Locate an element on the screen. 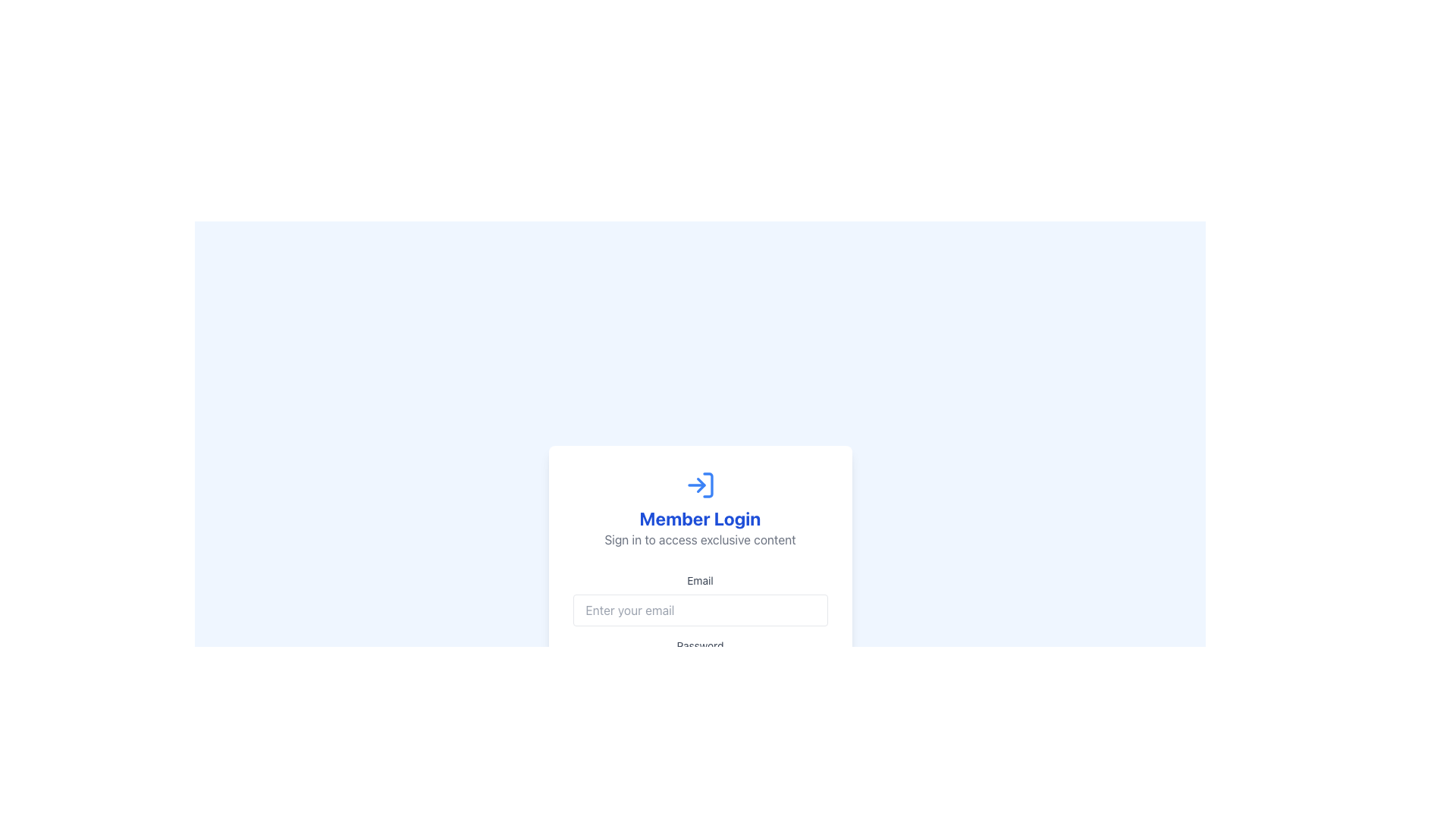 The width and height of the screenshot is (1456, 819). the password label, which indicates the purpose of the password input field located below it in the form layout is located at coordinates (699, 646).